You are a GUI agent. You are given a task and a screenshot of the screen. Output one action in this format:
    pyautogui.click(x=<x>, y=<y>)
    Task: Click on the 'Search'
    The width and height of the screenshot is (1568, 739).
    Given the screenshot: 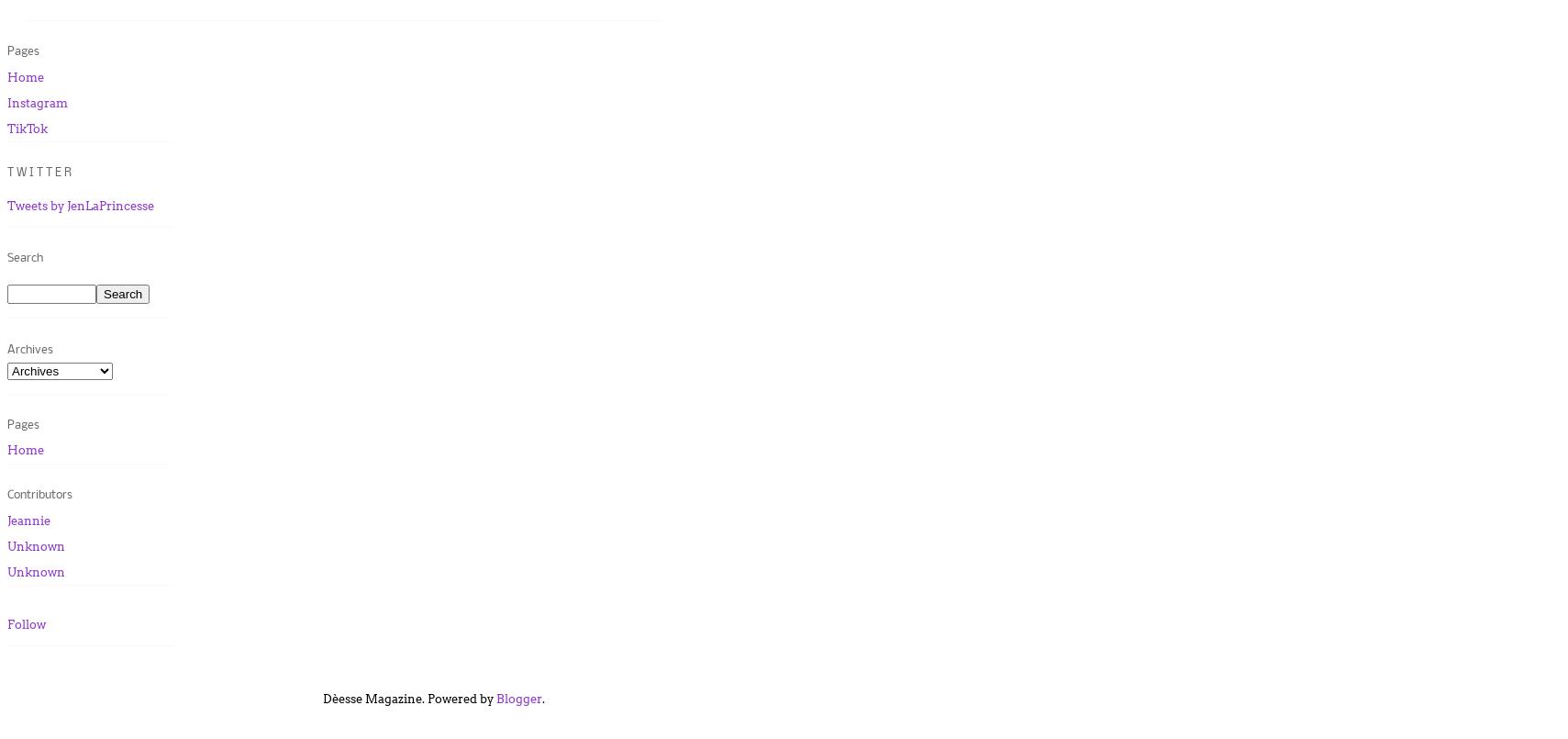 What is the action you would take?
    pyautogui.click(x=24, y=258)
    